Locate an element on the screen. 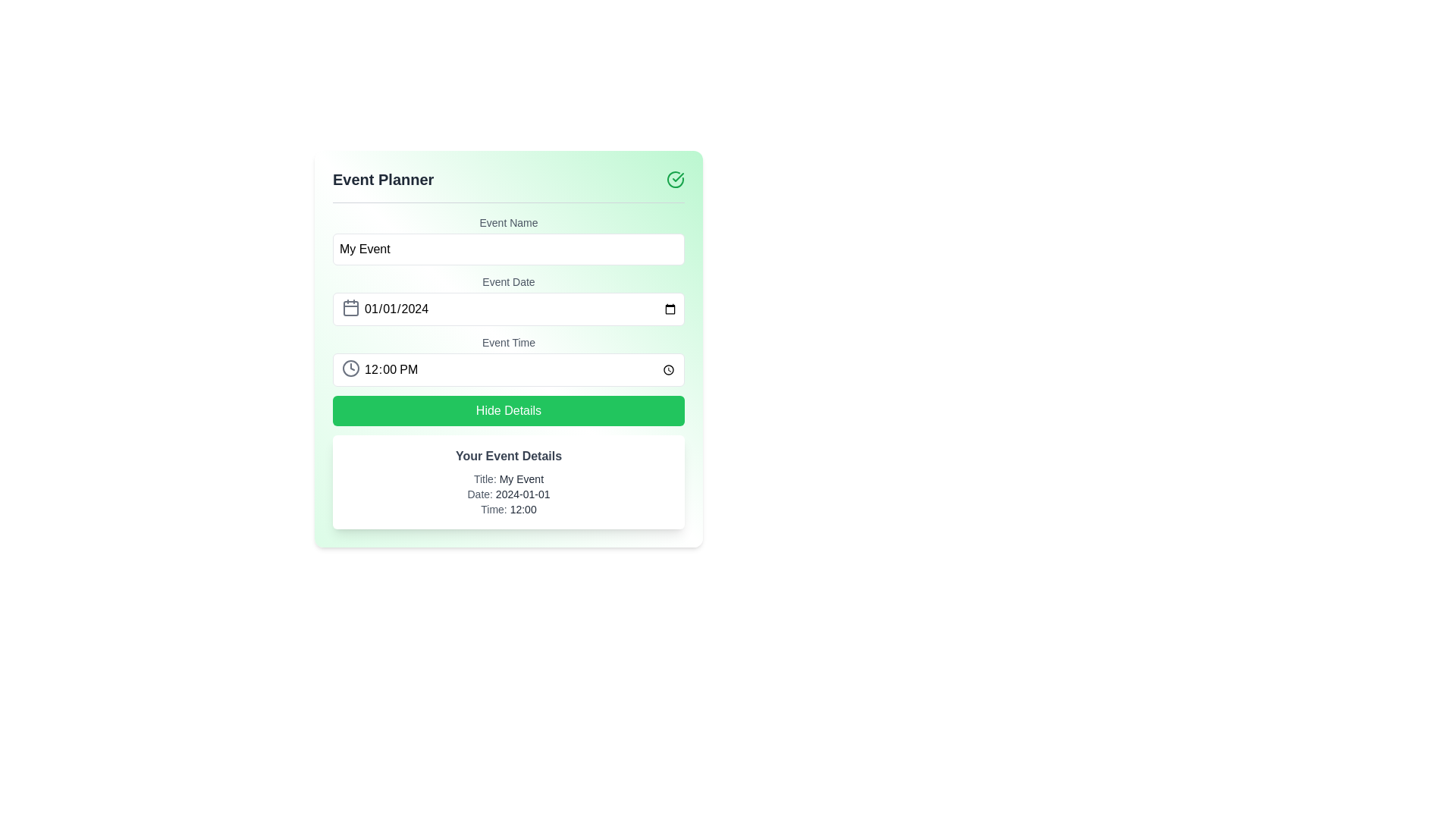 This screenshot has width=1456, height=819. the button that toggles the visibility of the event details section located between the 'Event Time' and 'Your Event Details' sections in the main event planner form to observe the hover effect is located at coordinates (509, 411).